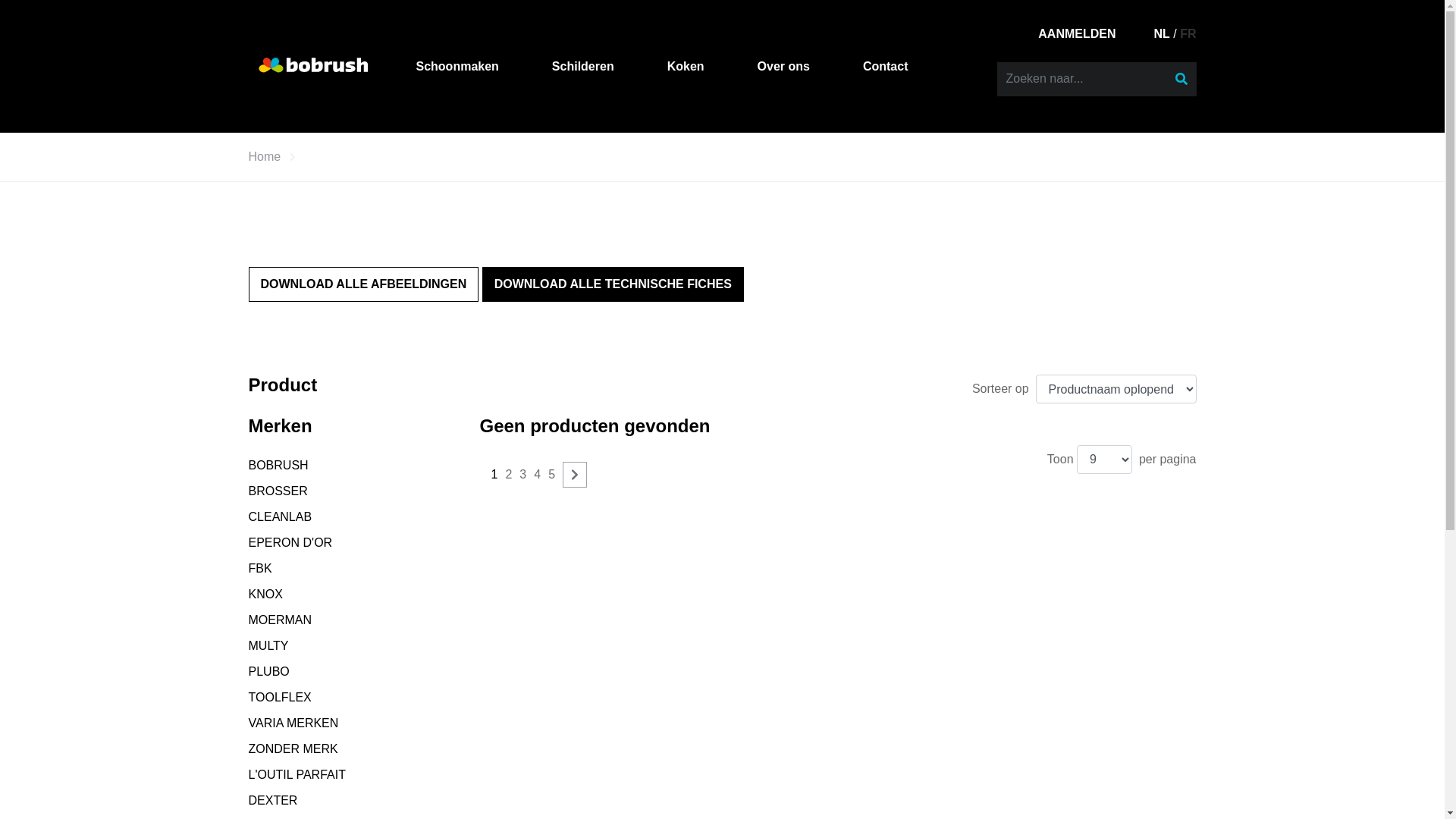 The width and height of the screenshot is (1456, 819). Describe the element at coordinates (1076, 33) in the screenshot. I see `'AANMELDEN'` at that location.